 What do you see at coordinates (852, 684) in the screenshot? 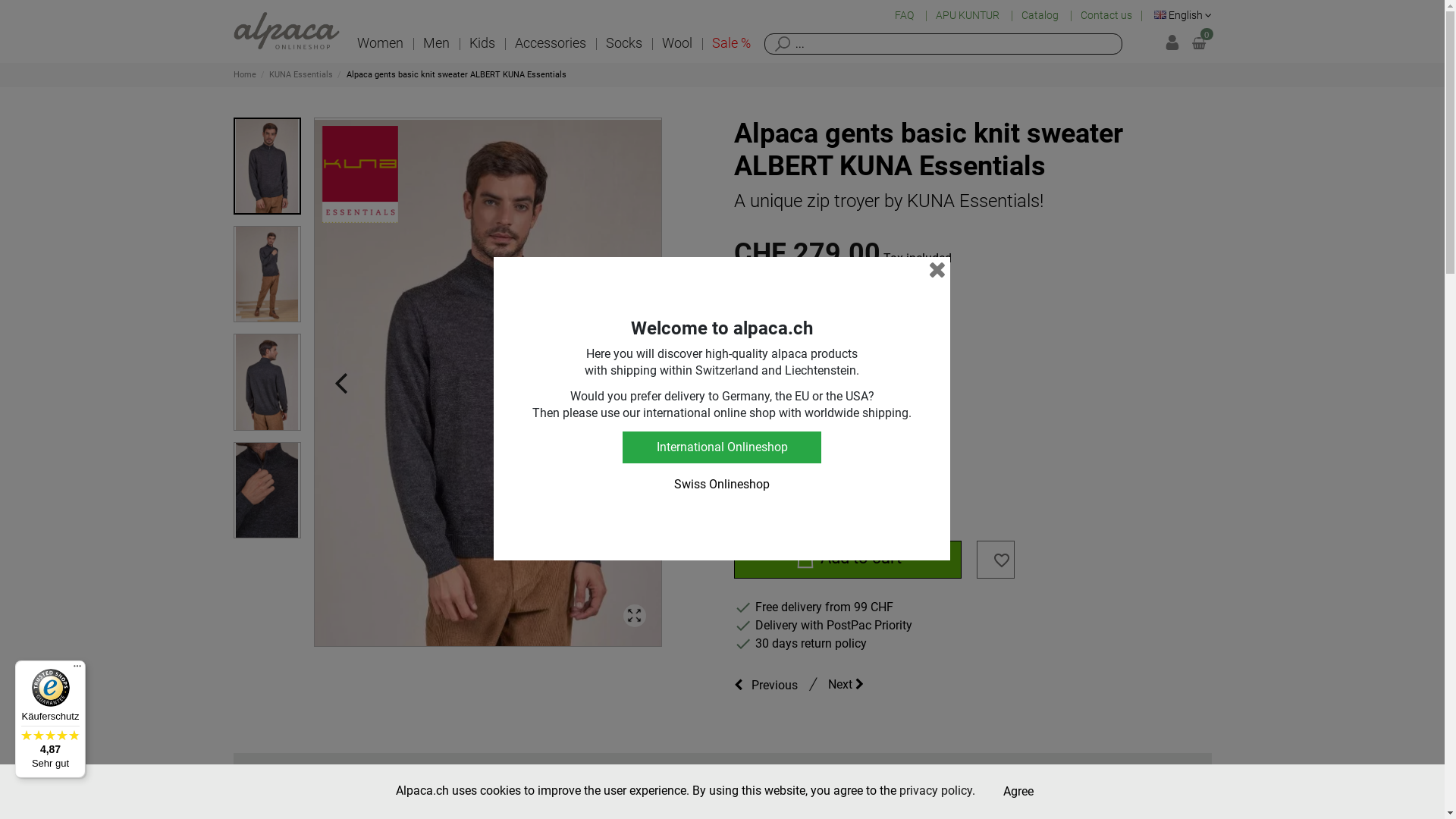
I see `'Next'` at bounding box center [852, 684].